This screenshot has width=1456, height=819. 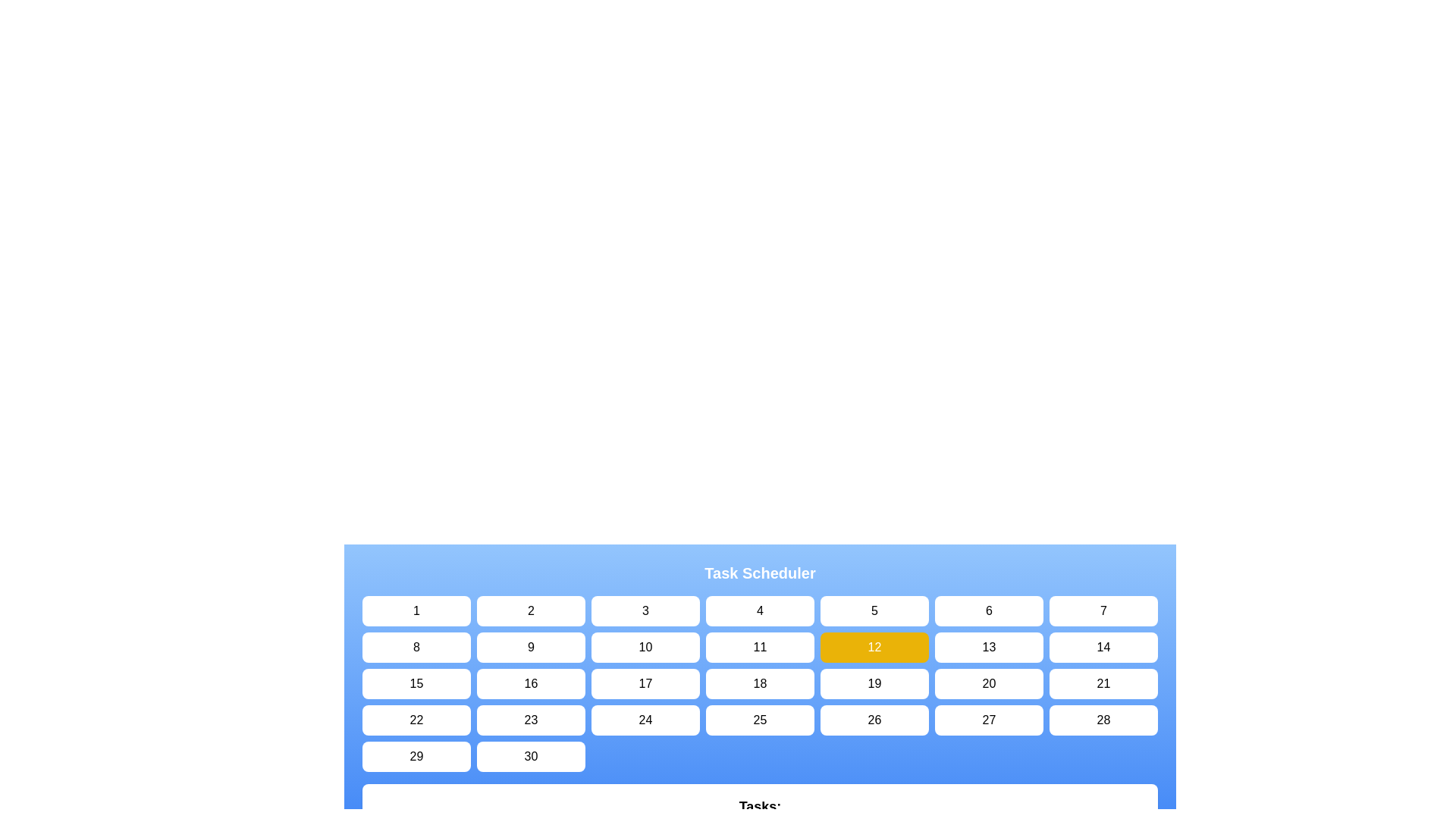 What do you see at coordinates (760, 684) in the screenshot?
I see `the button representing the numeric value '18' in the 'Task Scheduler' grid` at bounding box center [760, 684].